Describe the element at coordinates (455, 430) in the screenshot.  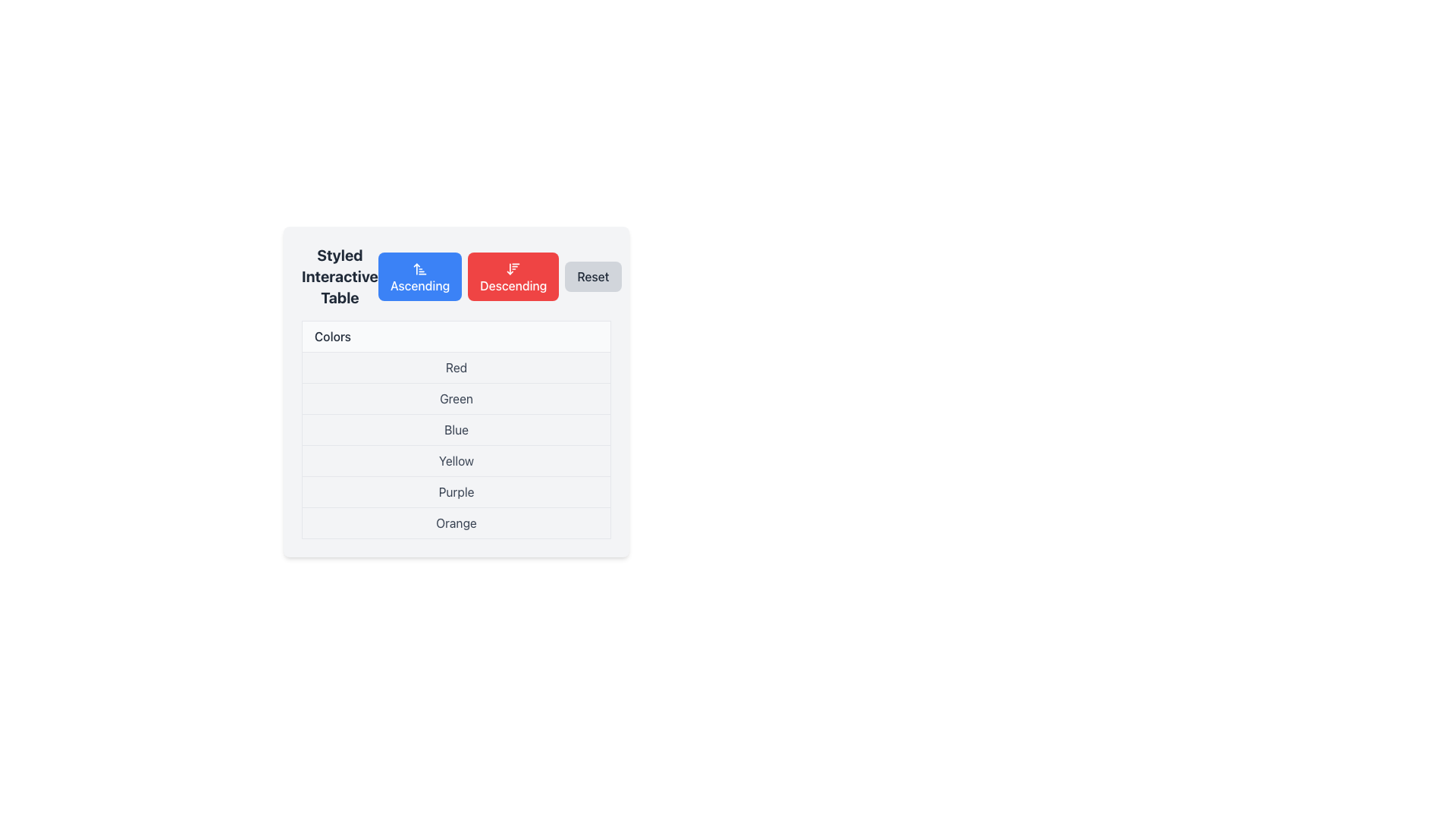
I see `the text element displaying the color name 'Blue', which is the third item in the list of color names` at that location.